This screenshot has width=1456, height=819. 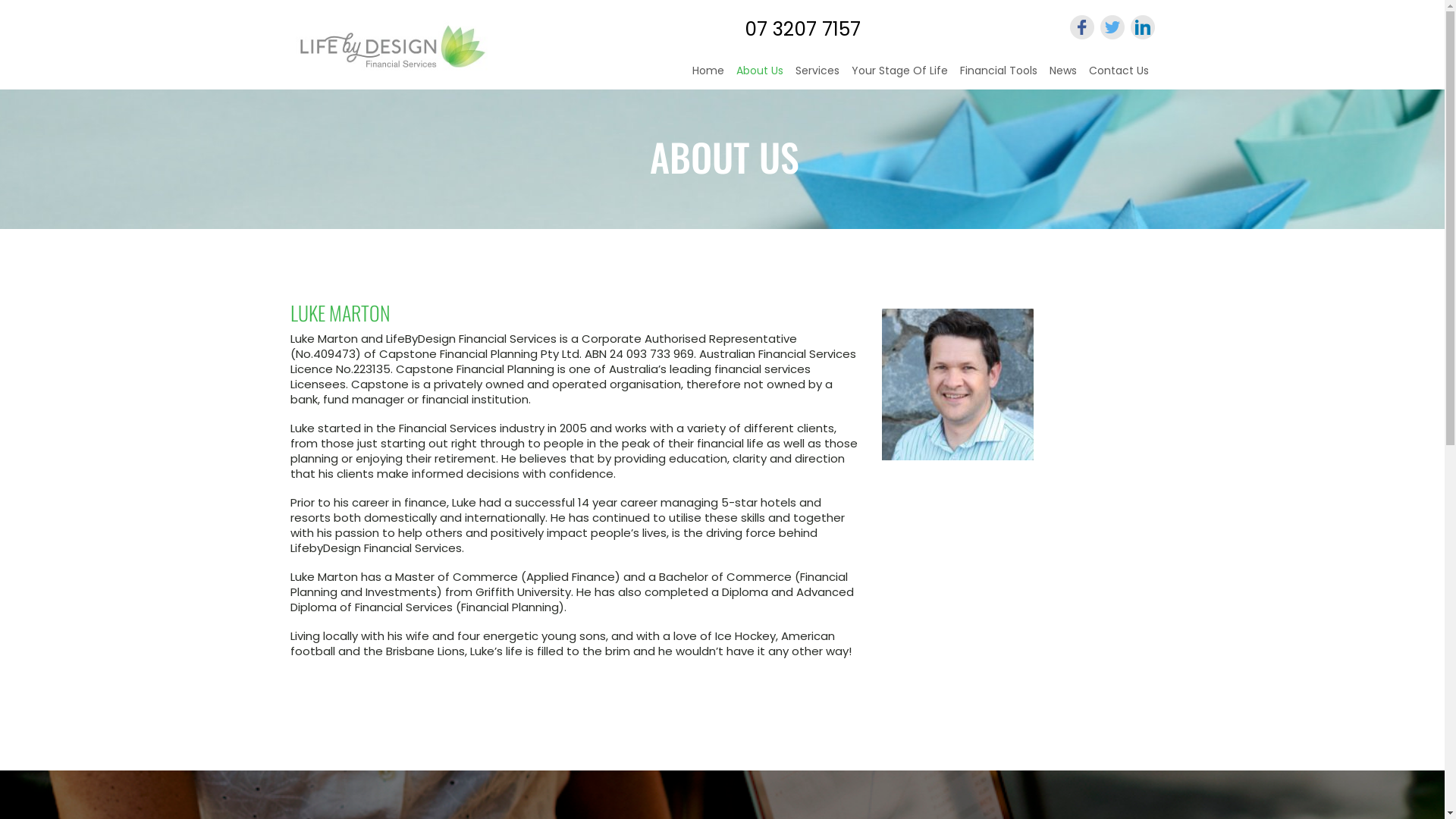 I want to click on 'Financial Tools', so click(x=952, y=67).